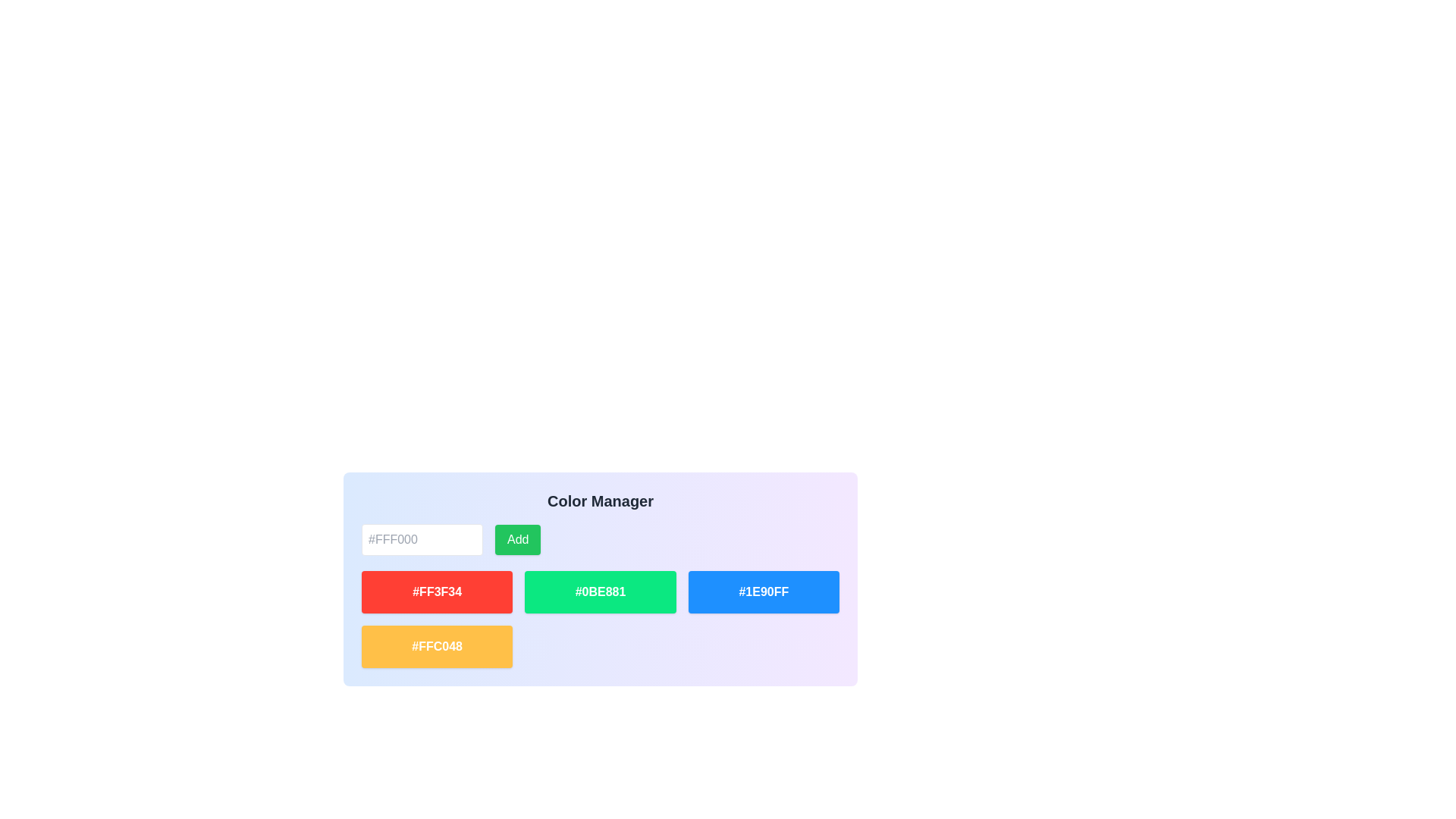  Describe the element at coordinates (600, 579) in the screenshot. I see `the color tag element displaying the color '#0BE881' in bold green with white text, located in the 'Color Manager' interface` at that location.